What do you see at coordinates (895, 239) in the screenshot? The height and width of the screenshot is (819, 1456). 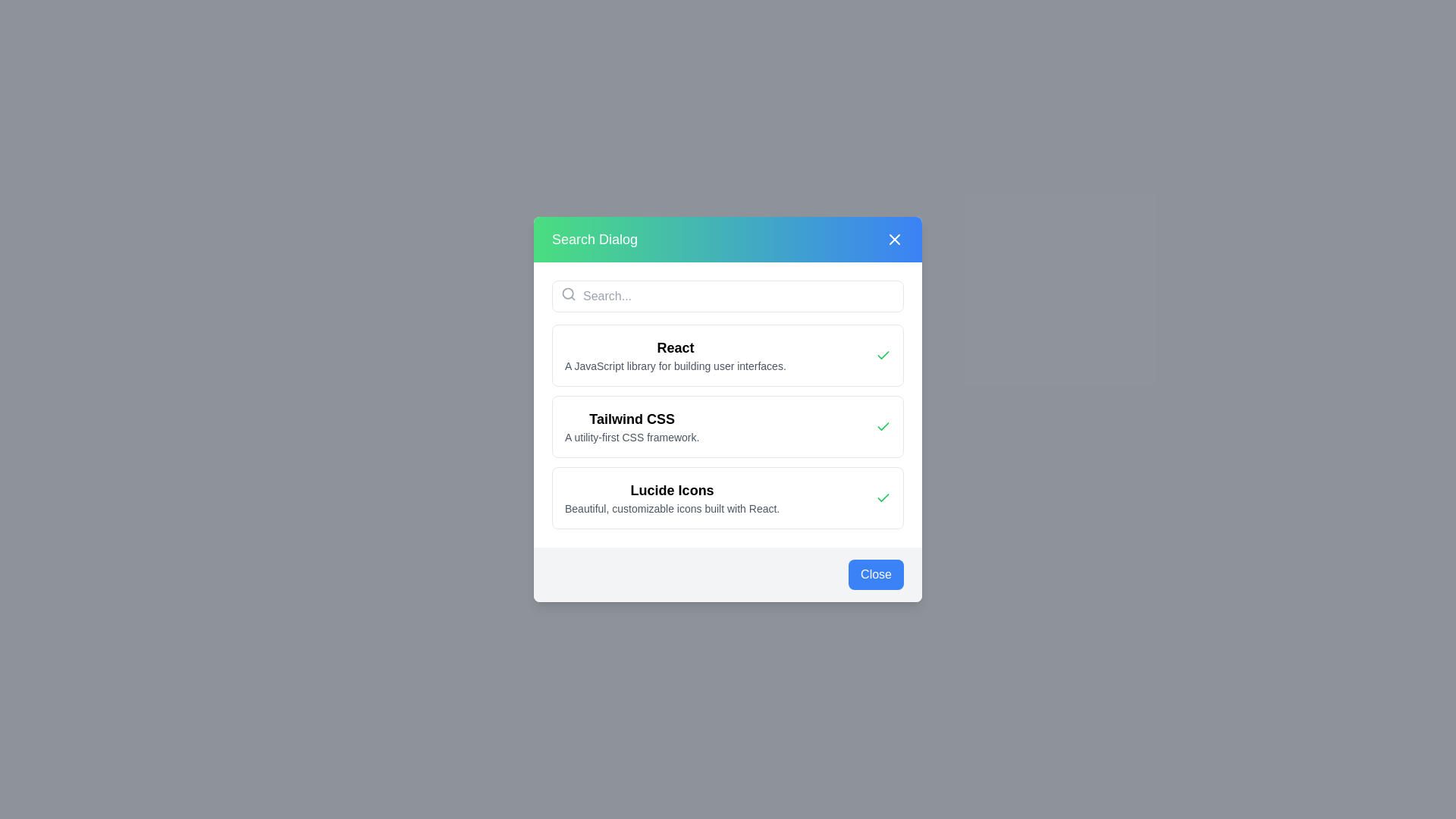 I see `the close button located in the top-right corner of the dialog window` at bounding box center [895, 239].